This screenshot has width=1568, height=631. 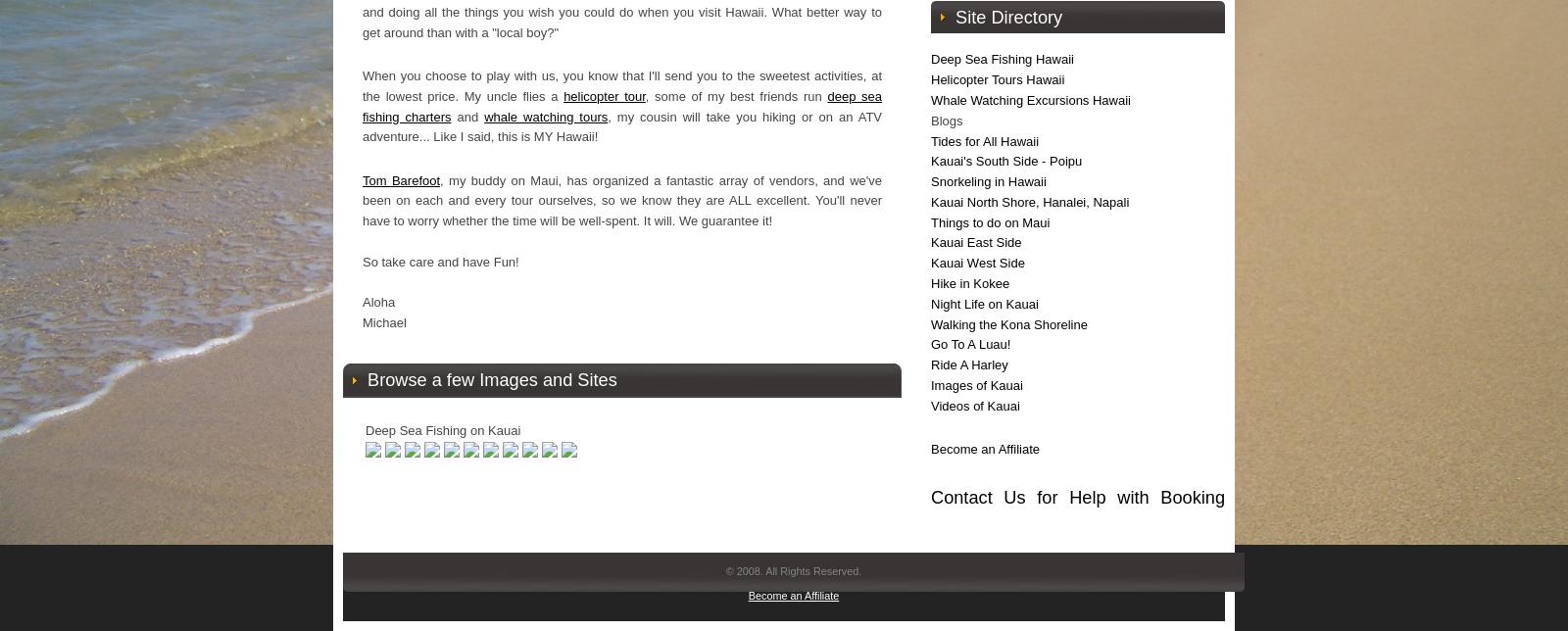 I want to click on 'Tides for All Hawaii', so click(x=930, y=140).